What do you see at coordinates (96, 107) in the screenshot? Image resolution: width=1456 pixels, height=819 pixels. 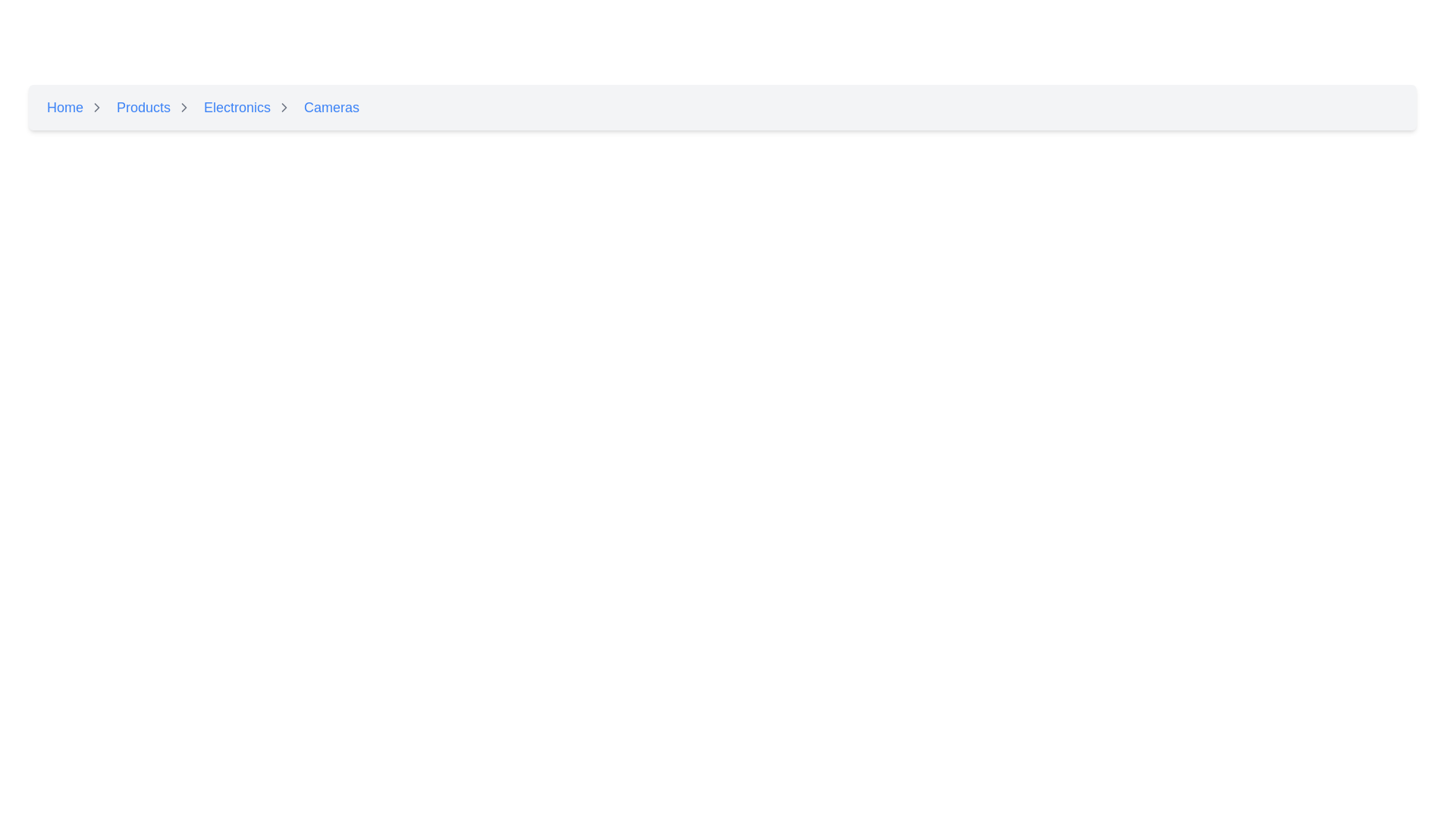 I see `the Chevron SVG icon located between 'Home' and 'Products' in the breadcrumb navigation bar, which visually separates the navigation levels` at bounding box center [96, 107].